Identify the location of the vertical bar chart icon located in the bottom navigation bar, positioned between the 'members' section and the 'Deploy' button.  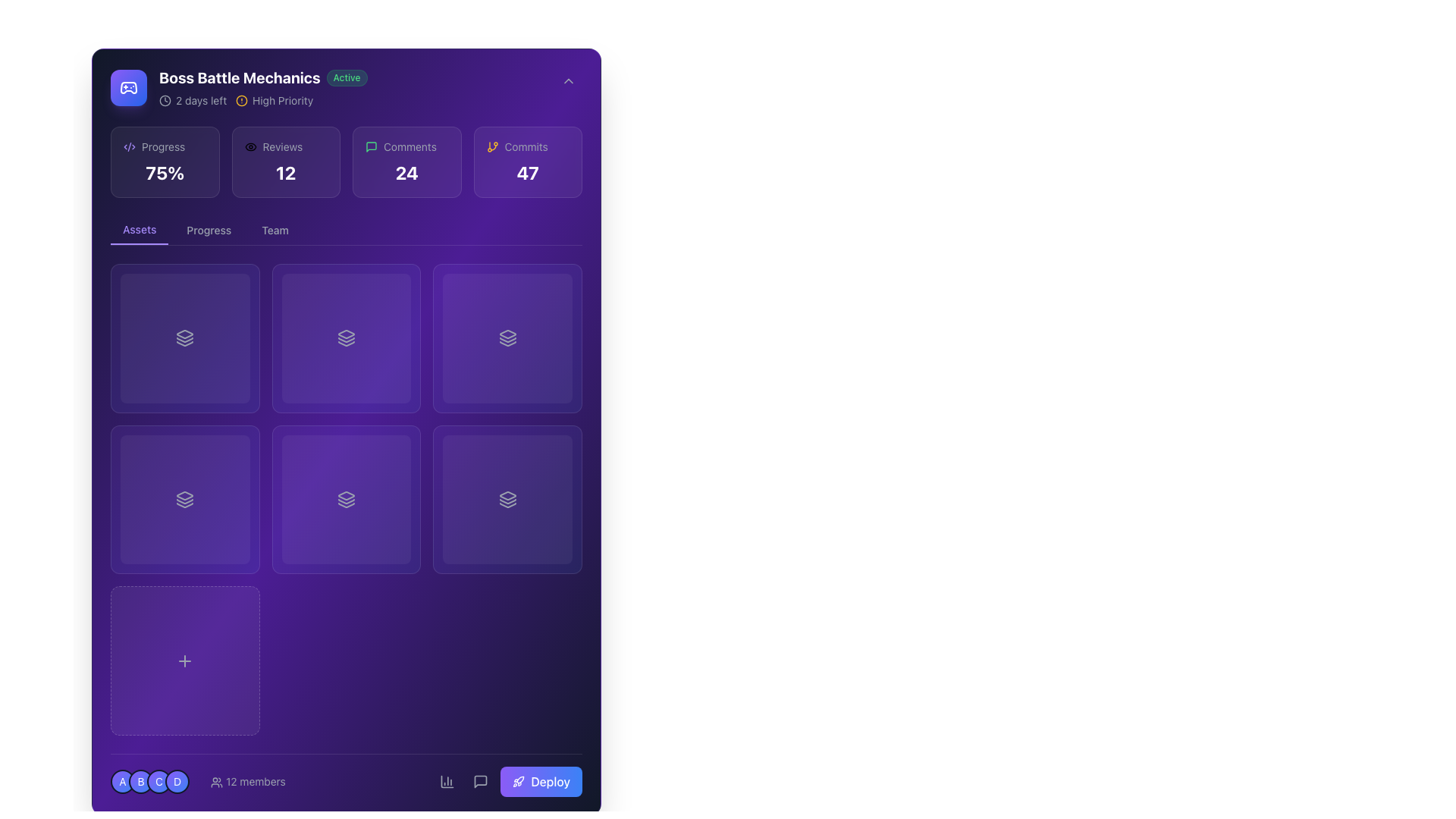
(447, 781).